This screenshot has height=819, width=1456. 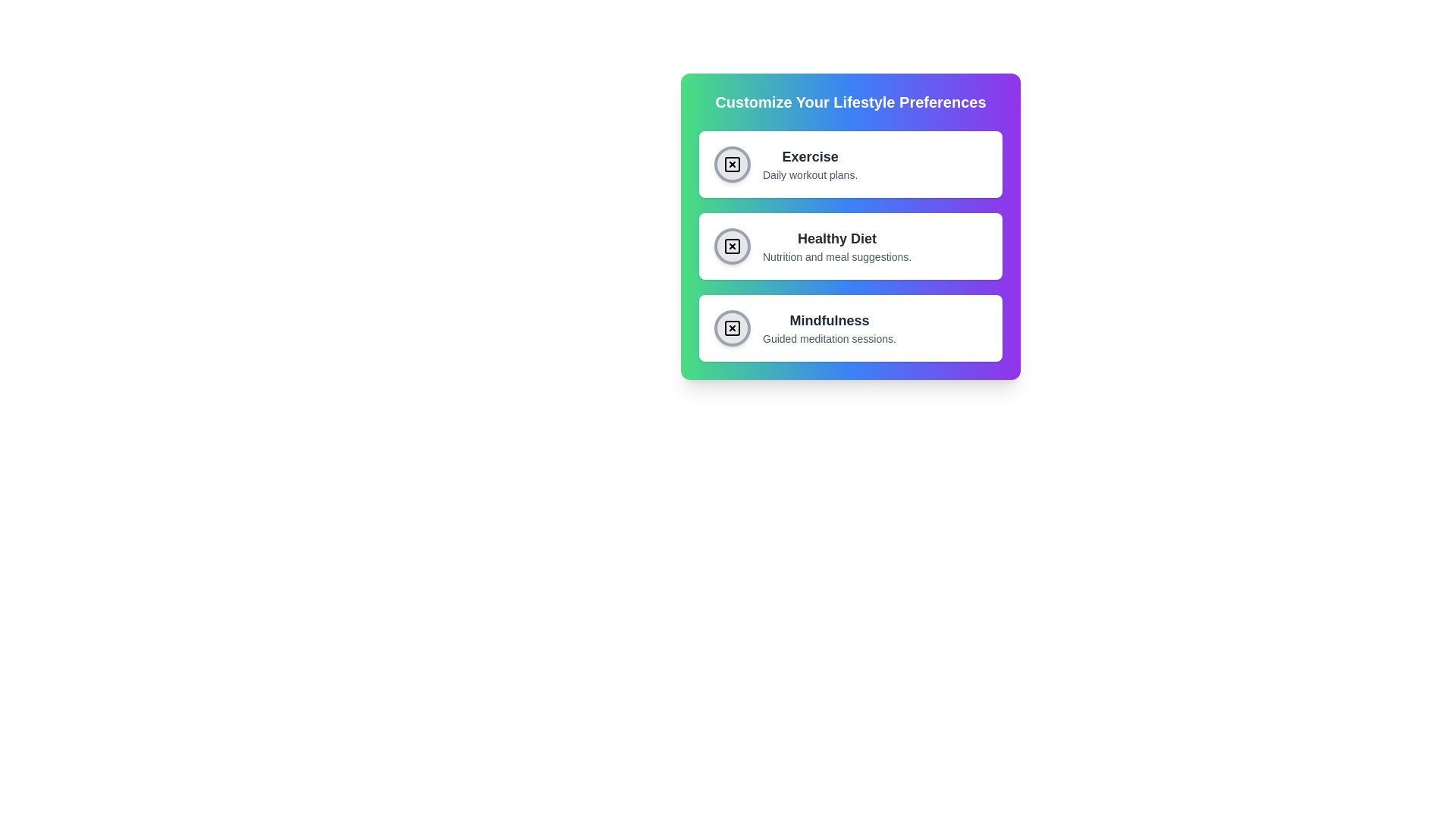 What do you see at coordinates (732, 245) in the screenshot?
I see `the icon with a small 'X' mark, located in the second entry of the vertical list titled 'Healthy Diet' within the 'Customize Your Lifestyle Preferences' panel` at bounding box center [732, 245].